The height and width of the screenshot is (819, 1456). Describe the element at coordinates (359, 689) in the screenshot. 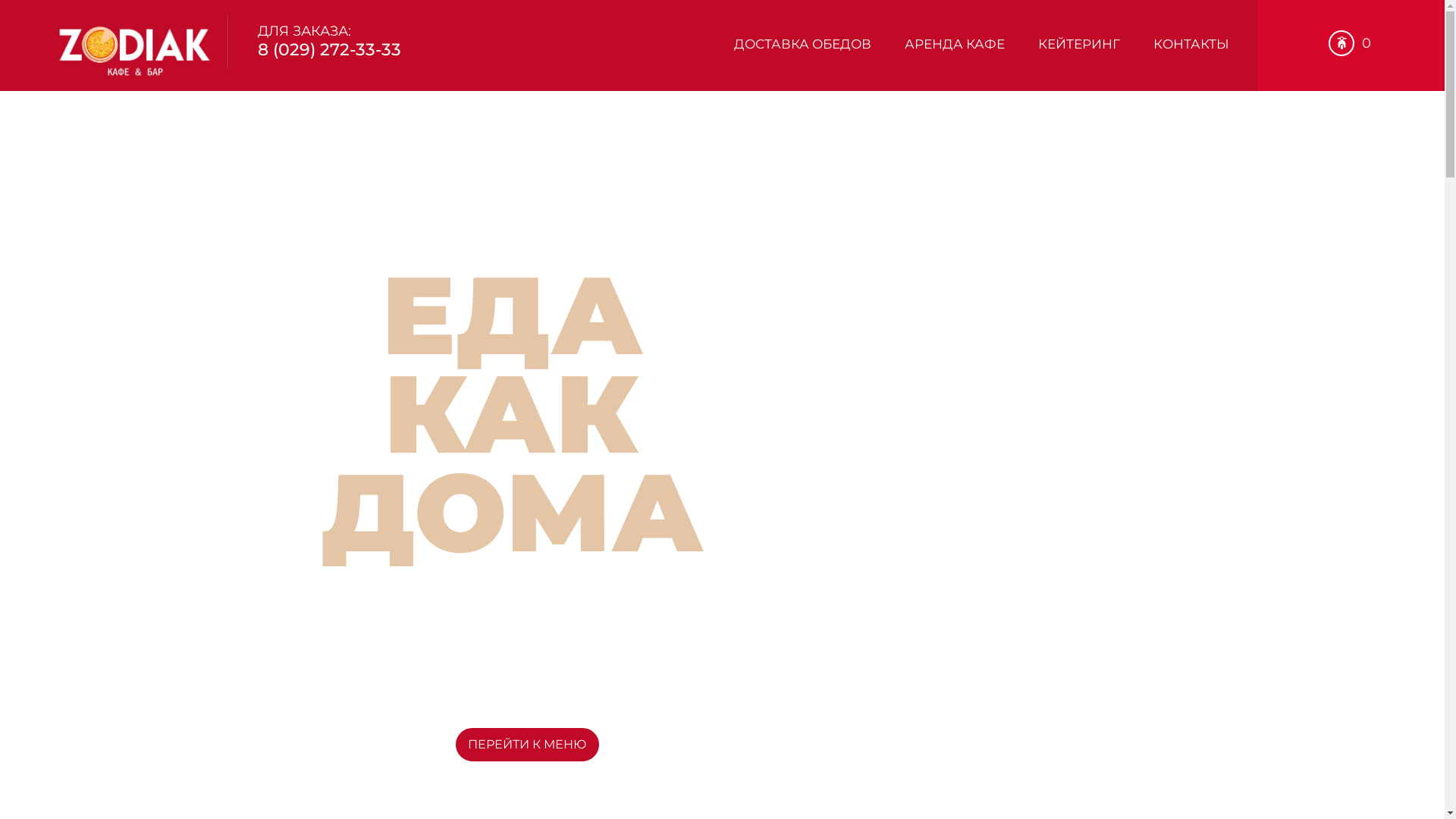

I see `'8 (029) 272-33-33'` at that location.